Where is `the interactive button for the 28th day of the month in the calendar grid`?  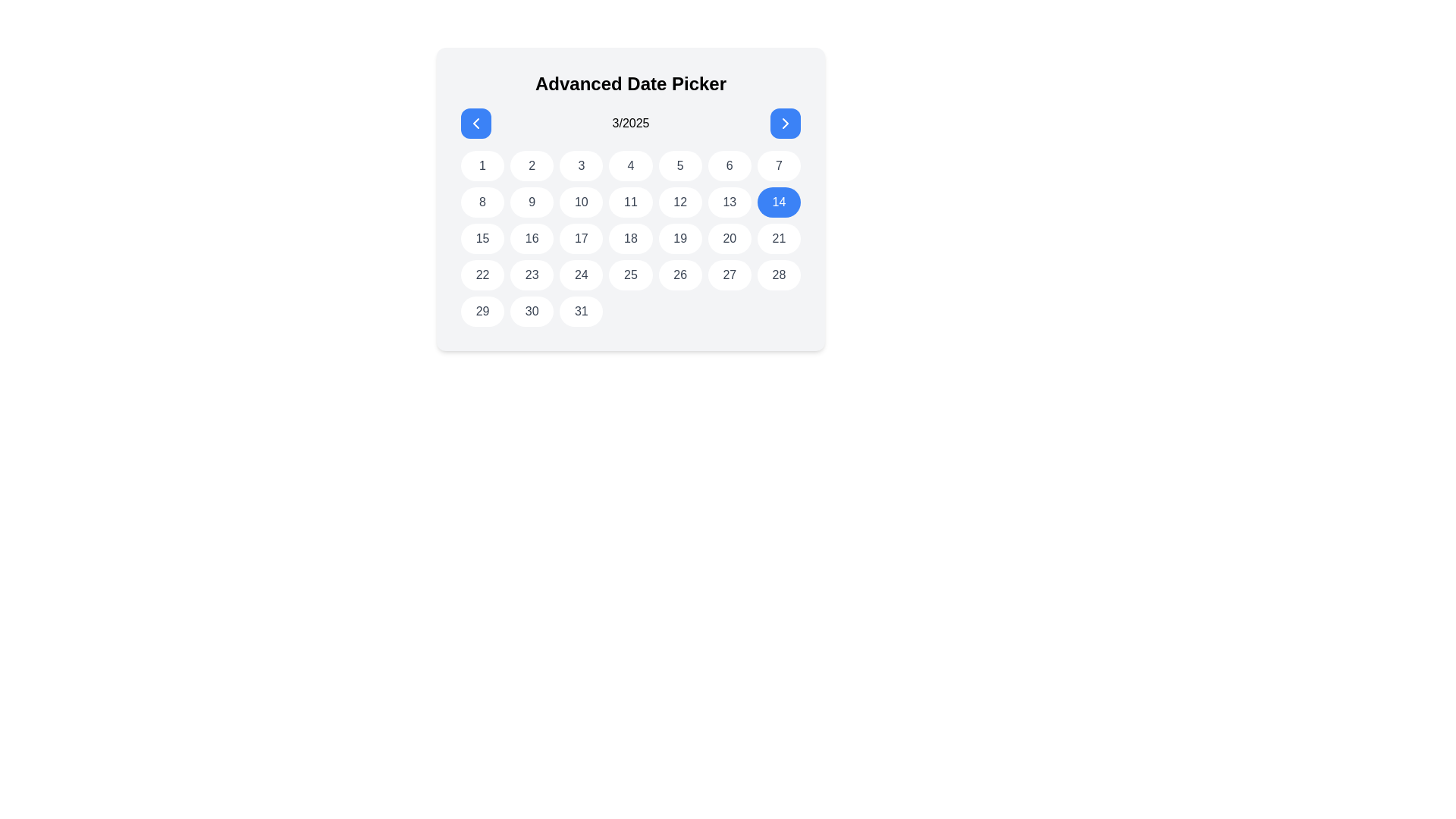 the interactive button for the 28th day of the month in the calendar grid is located at coordinates (779, 275).